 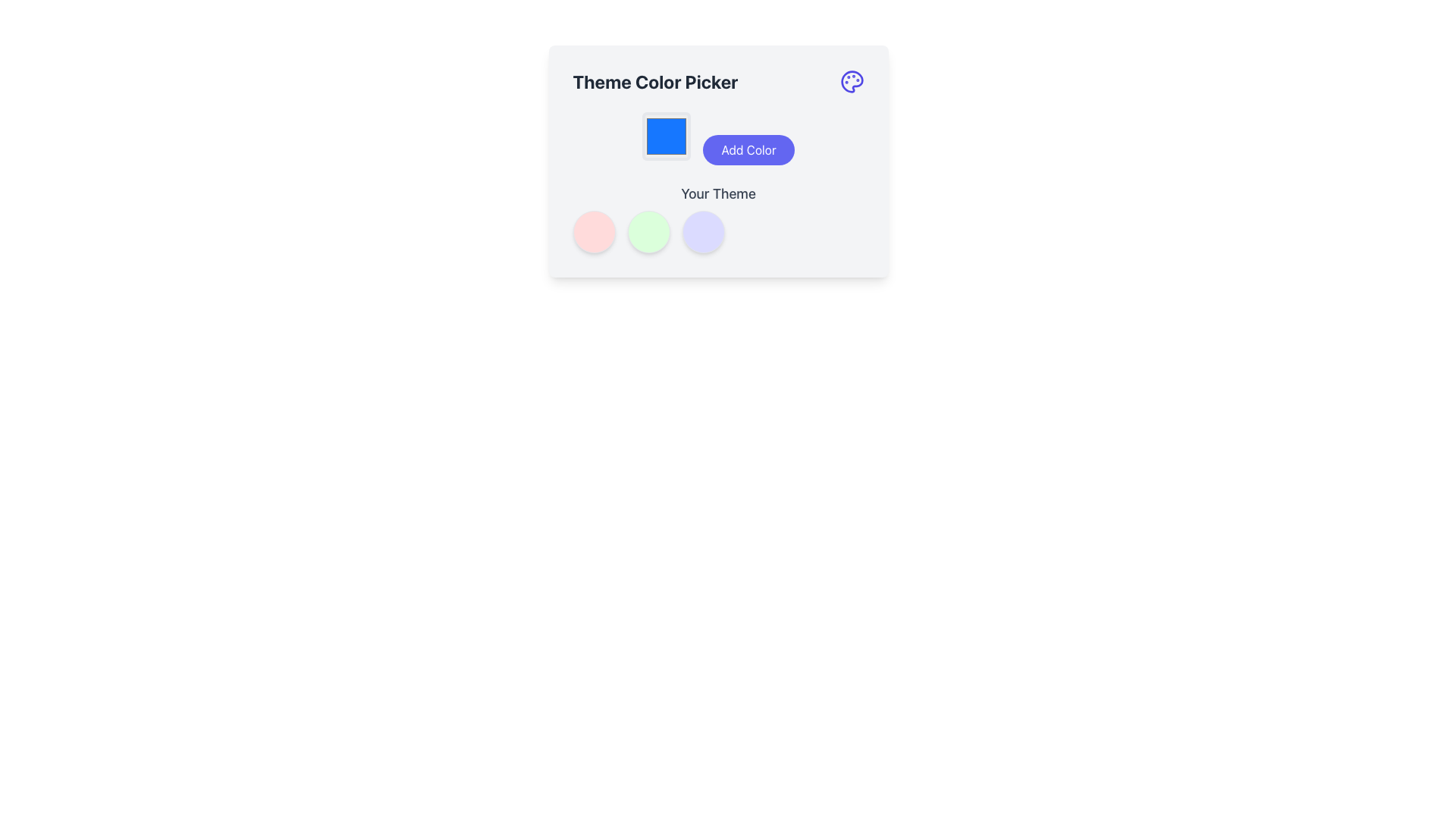 I want to click on the Text Label that serves as a header for picking theme colors, located to the left of a palette icon, so click(x=655, y=82).